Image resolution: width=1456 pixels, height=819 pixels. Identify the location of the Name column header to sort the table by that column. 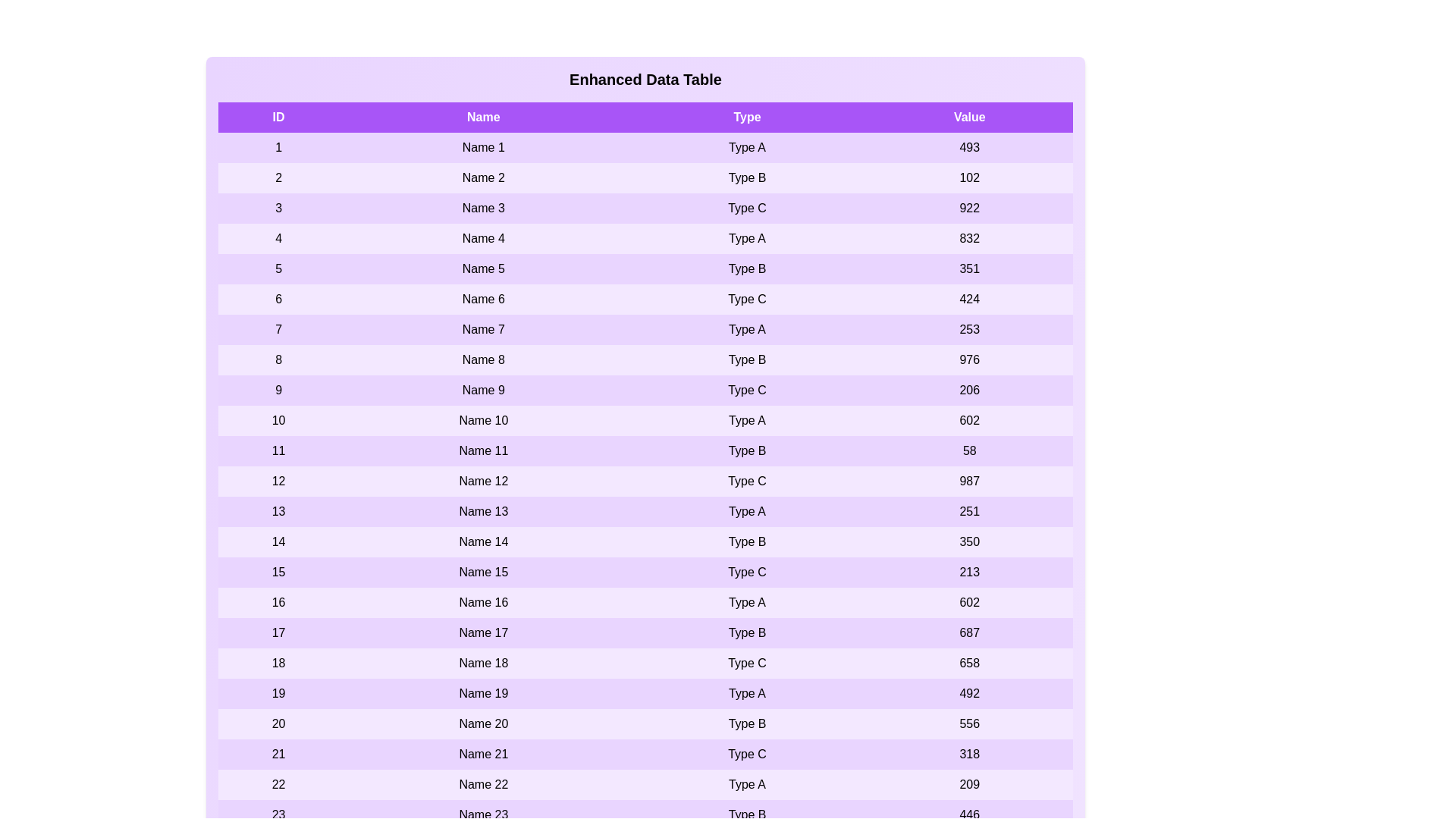
(482, 116).